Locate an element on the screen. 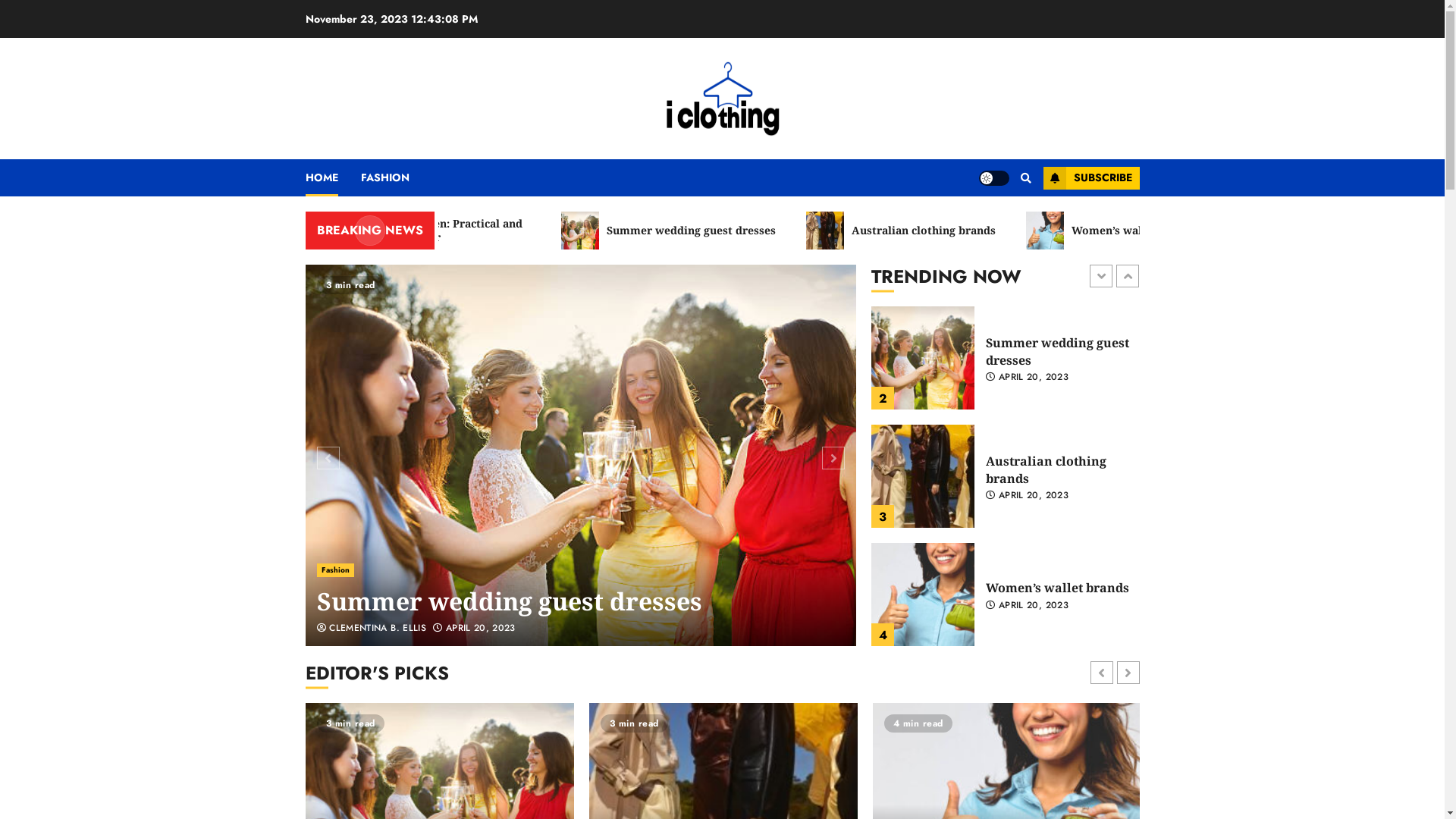 The image size is (1456, 819). 'Summer wedding guest dresses' is located at coordinates (579, 454).